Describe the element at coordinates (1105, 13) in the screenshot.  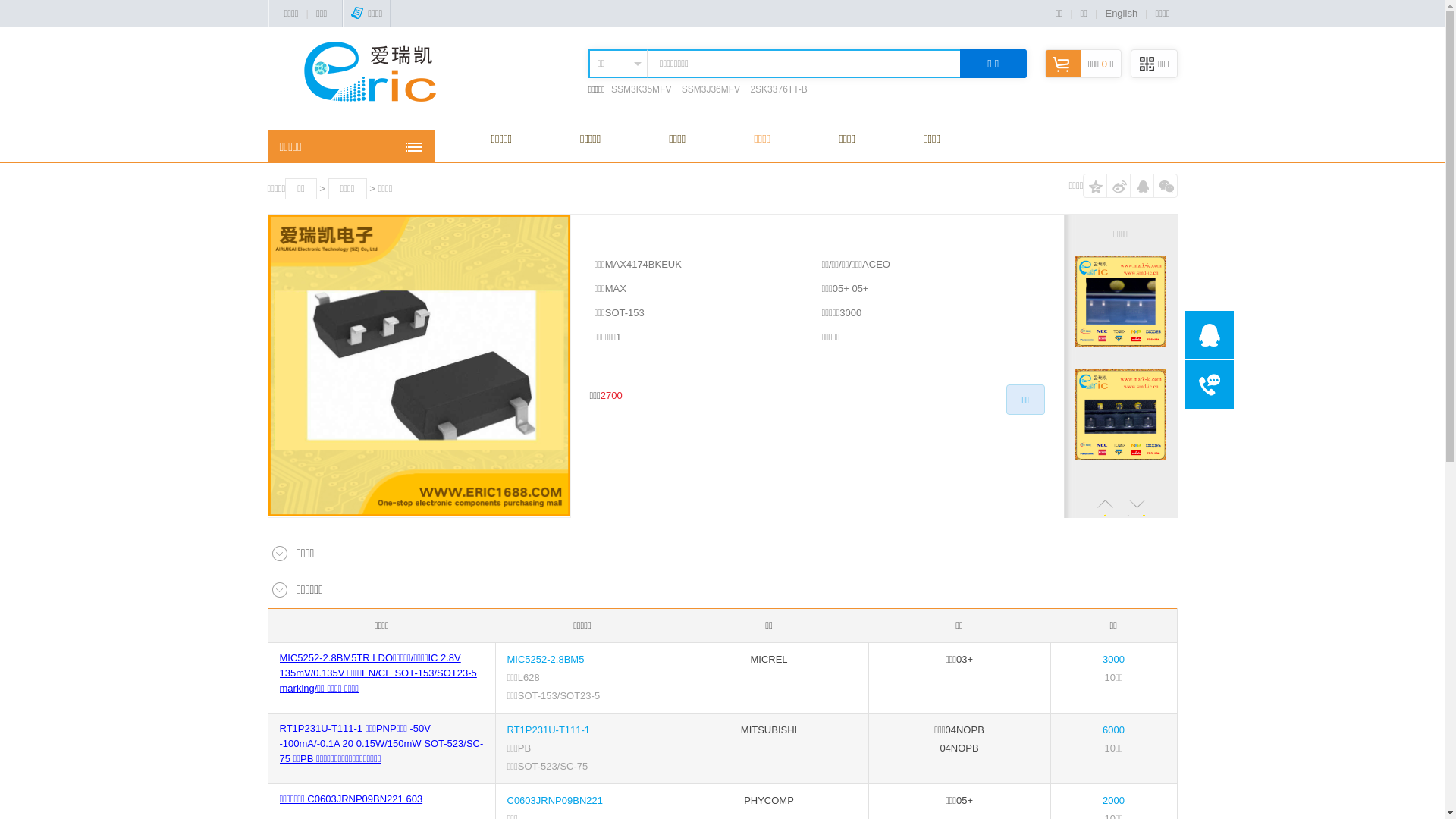
I see `'English'` at that location.